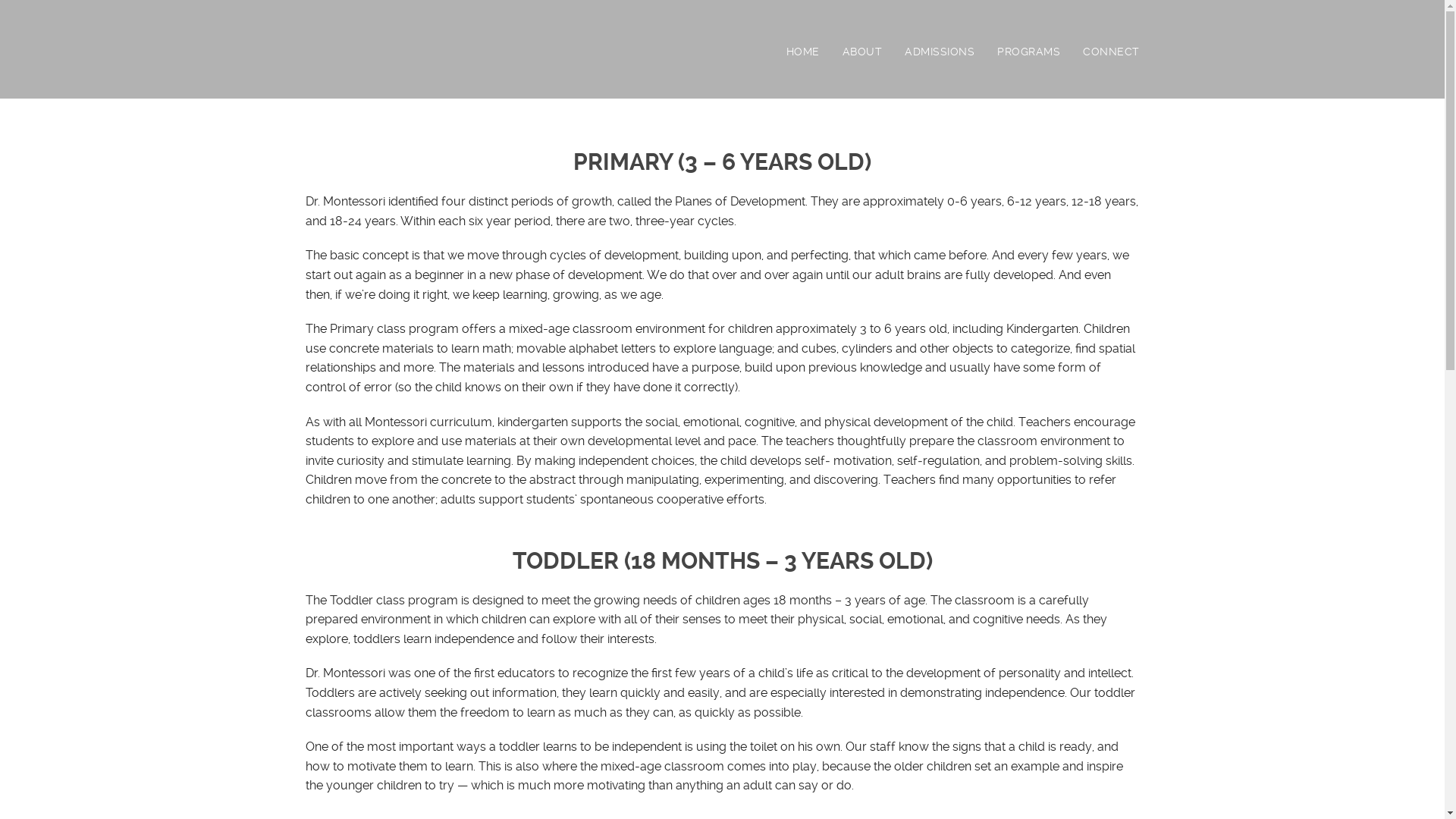 The height and width of the screenshot is (819, 1456). I want to click on 'ADMISSIONS', so click(905, 51).